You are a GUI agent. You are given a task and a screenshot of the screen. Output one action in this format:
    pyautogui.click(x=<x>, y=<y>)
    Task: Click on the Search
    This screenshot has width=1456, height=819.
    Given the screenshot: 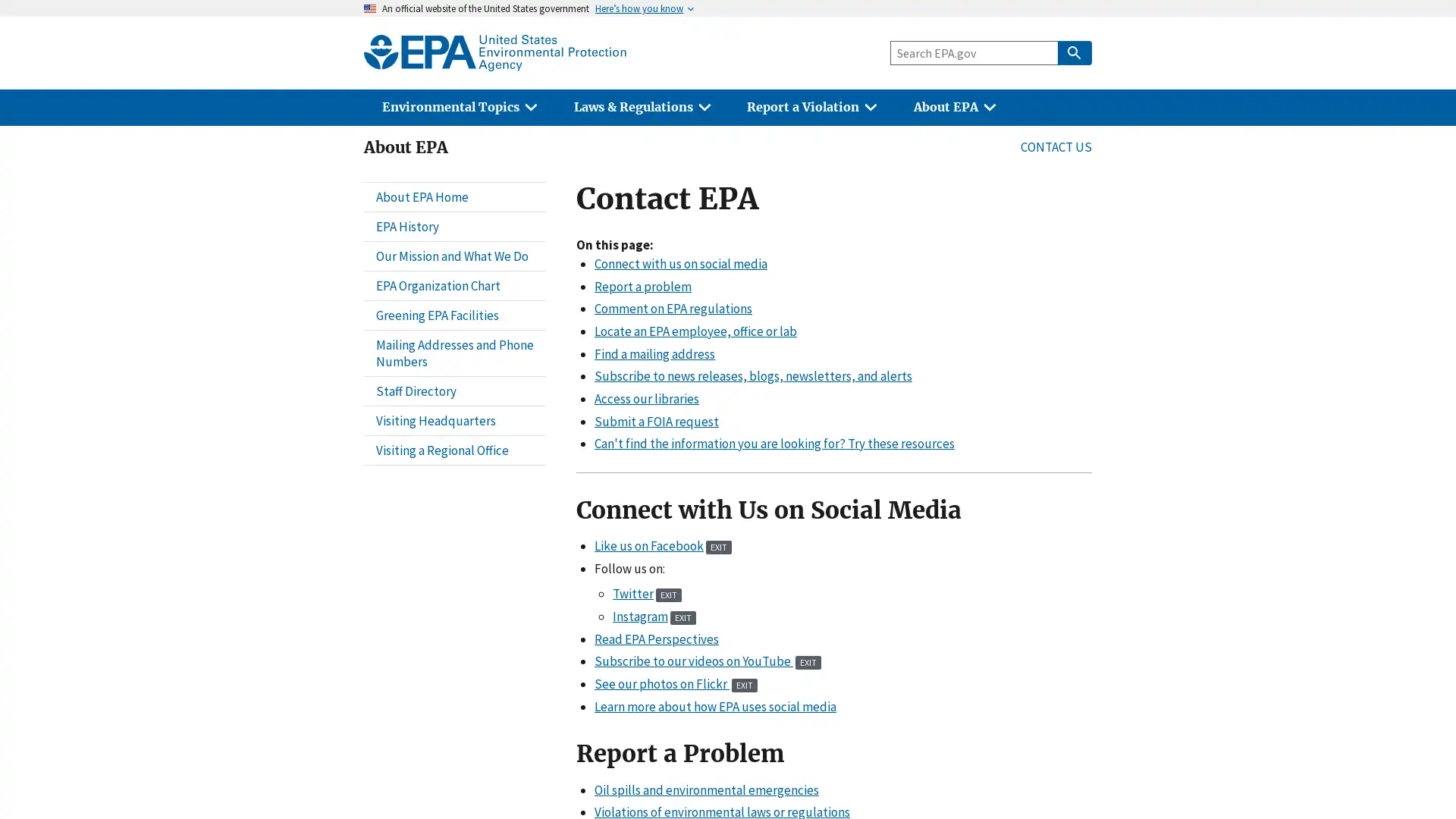 What is the action you would take?
    pyautogui.click(x=1073, y=52)
    